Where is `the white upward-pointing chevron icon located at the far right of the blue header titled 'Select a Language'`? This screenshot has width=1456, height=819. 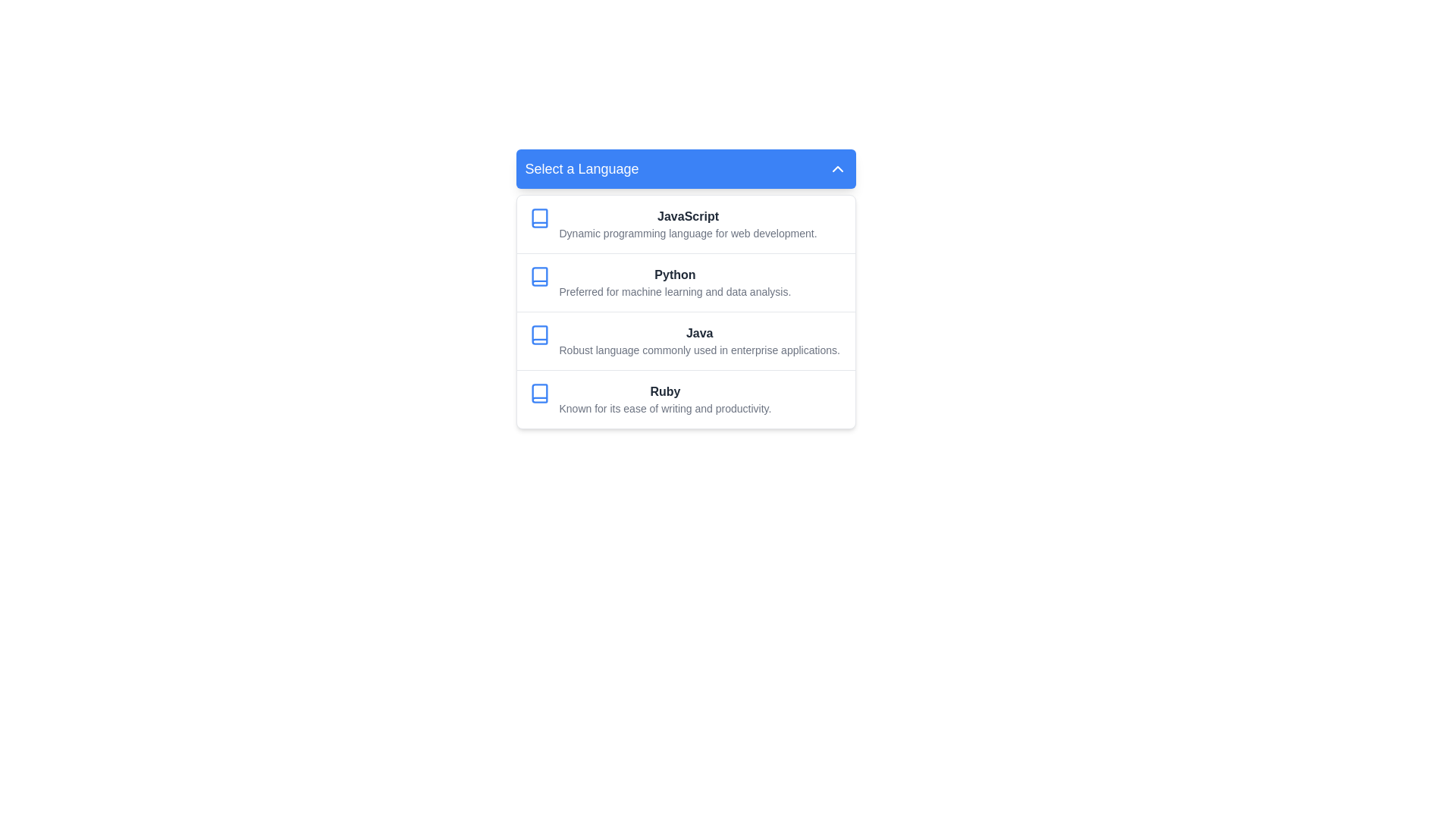 the white upward-pointing chevron icon located at the far right of the blue header titled 'Select a Language' is located at coordinates (836, 169).